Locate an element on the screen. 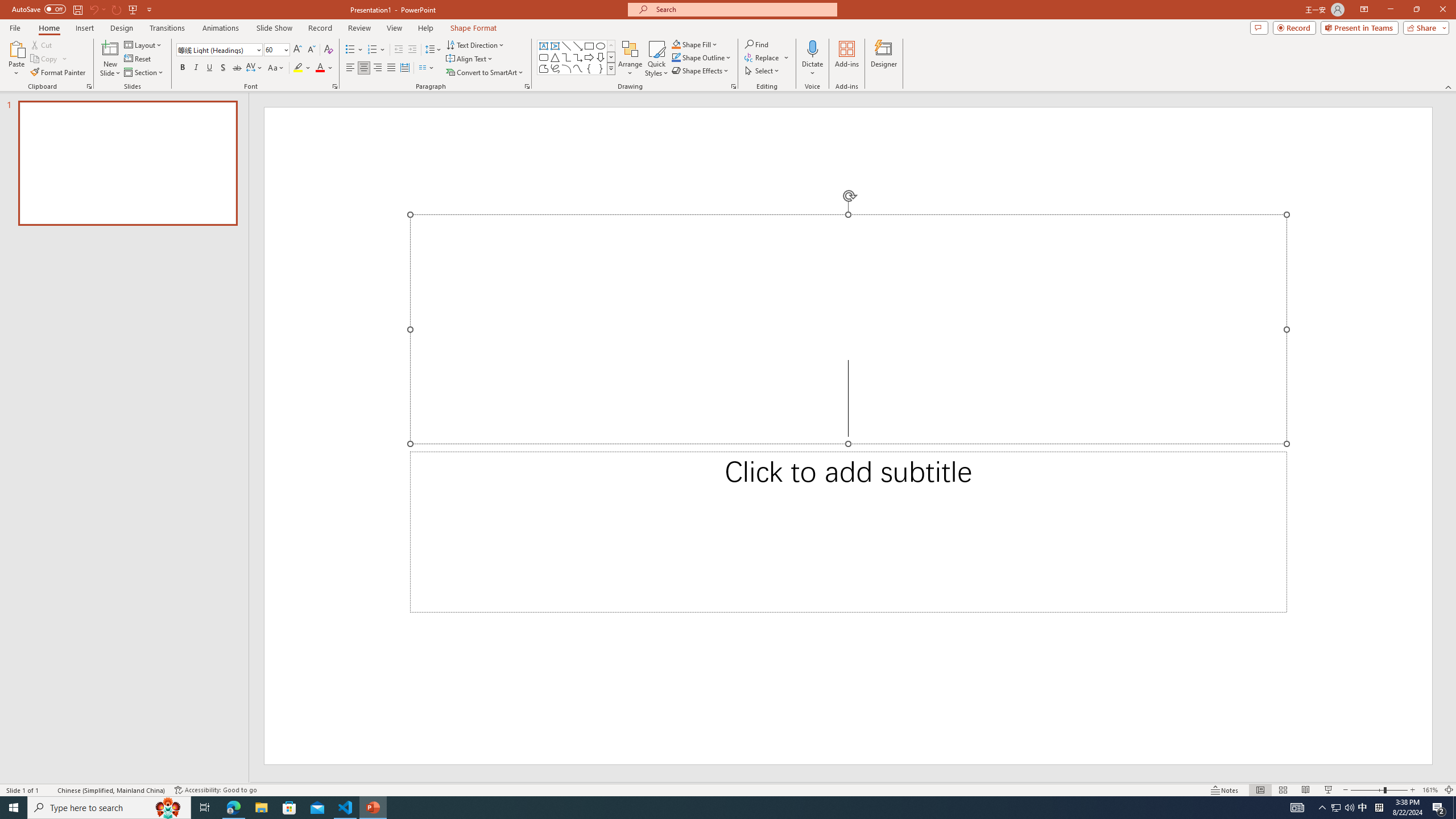 The image size is (1456, 819). 'Zoom 161%' is located at coordinates (1430, 790).